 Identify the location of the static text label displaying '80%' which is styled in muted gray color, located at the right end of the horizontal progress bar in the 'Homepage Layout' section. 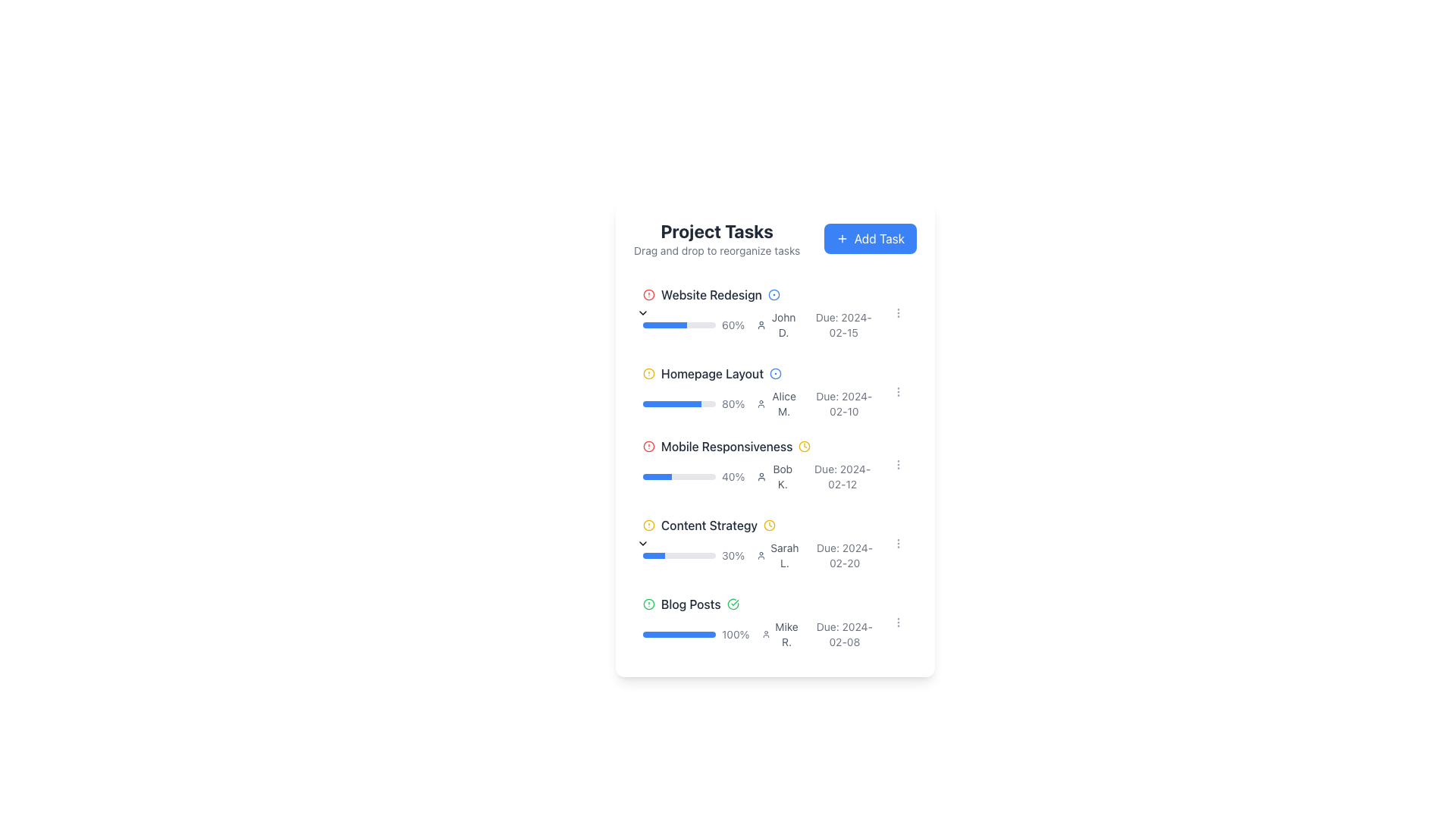
(733, 403).